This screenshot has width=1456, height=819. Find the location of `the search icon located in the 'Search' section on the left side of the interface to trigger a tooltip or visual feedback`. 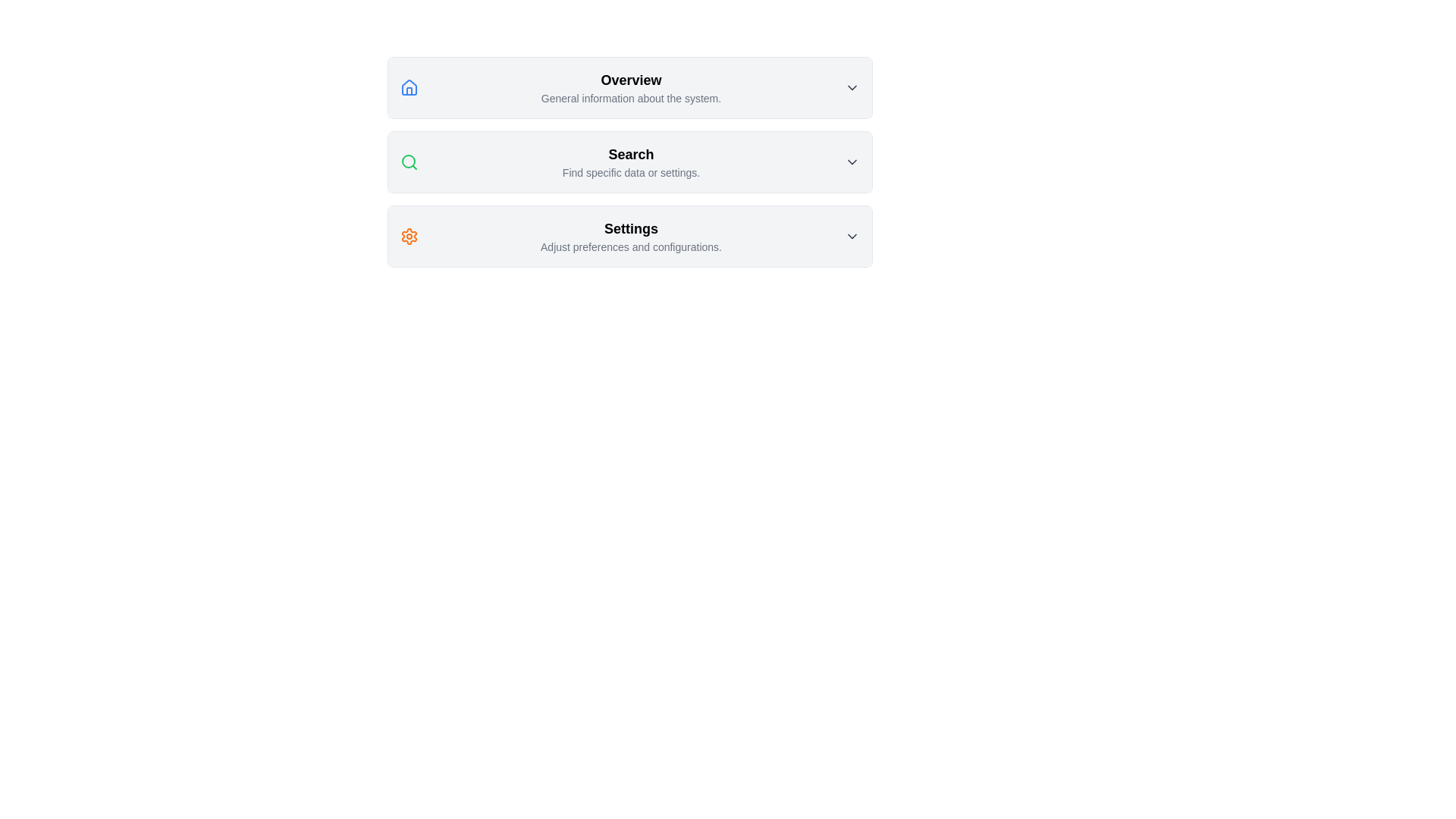

the search icon located in the 'Search' section on the left side of the interface to trigger a tooltip or visual feedback is located at coordinates (409, 162).